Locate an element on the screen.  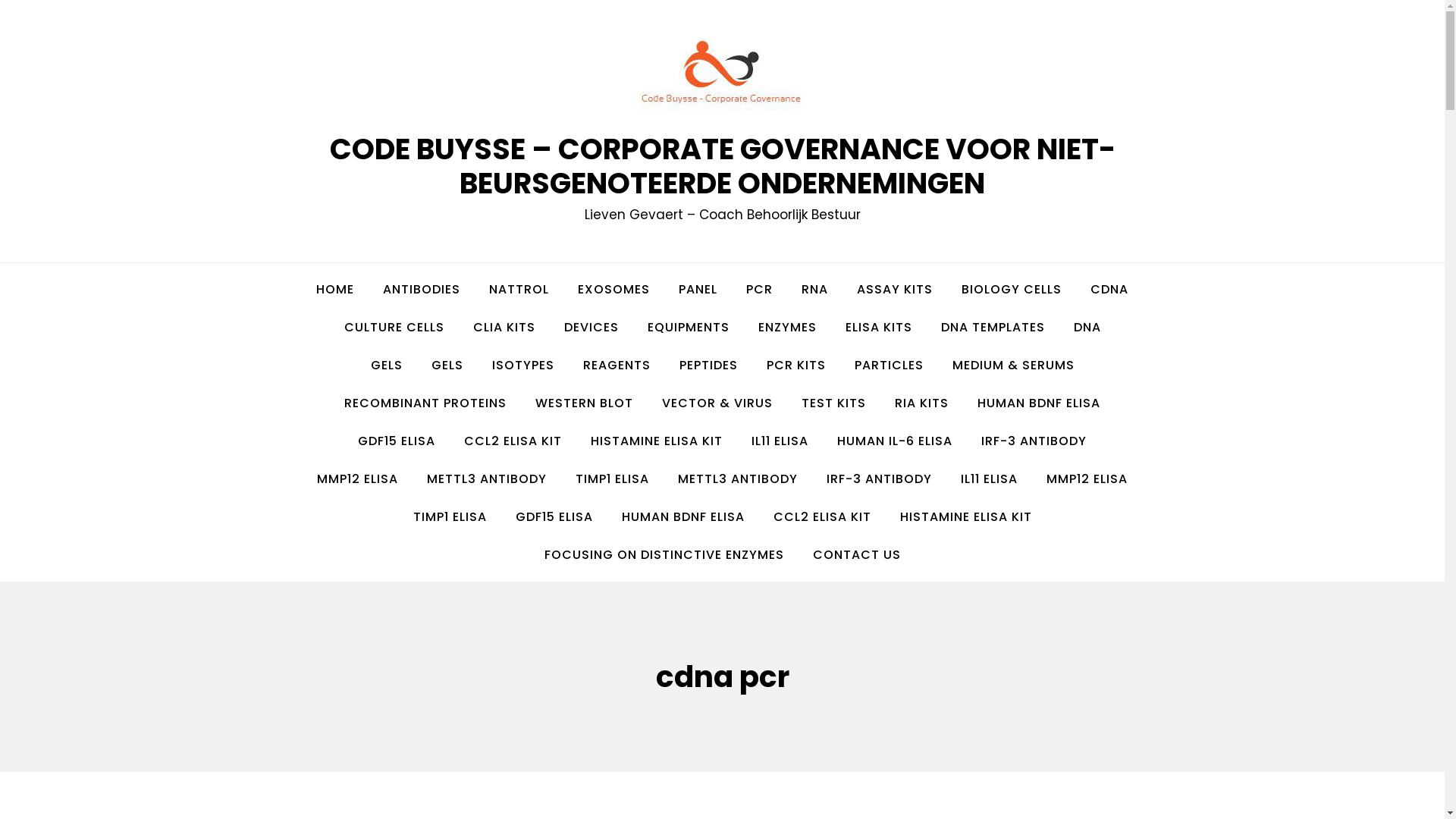
'TIMP1 ELISA' is located at coordinates (449, 516).